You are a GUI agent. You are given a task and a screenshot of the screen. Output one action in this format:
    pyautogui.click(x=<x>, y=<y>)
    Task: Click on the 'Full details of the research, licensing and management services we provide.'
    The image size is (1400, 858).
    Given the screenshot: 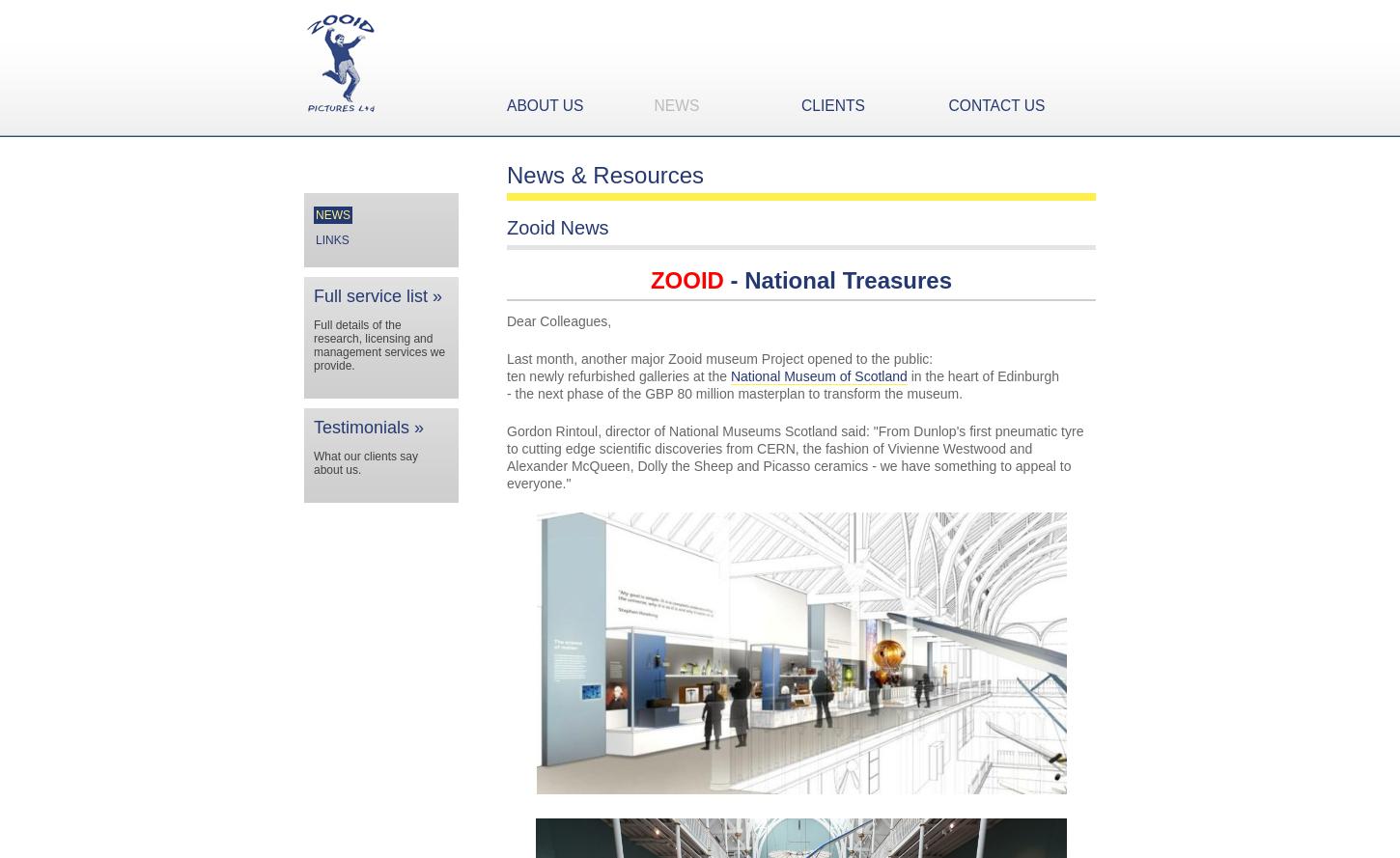 What is the action you would take?
    pyautogui.click(x=378, y=345)
    